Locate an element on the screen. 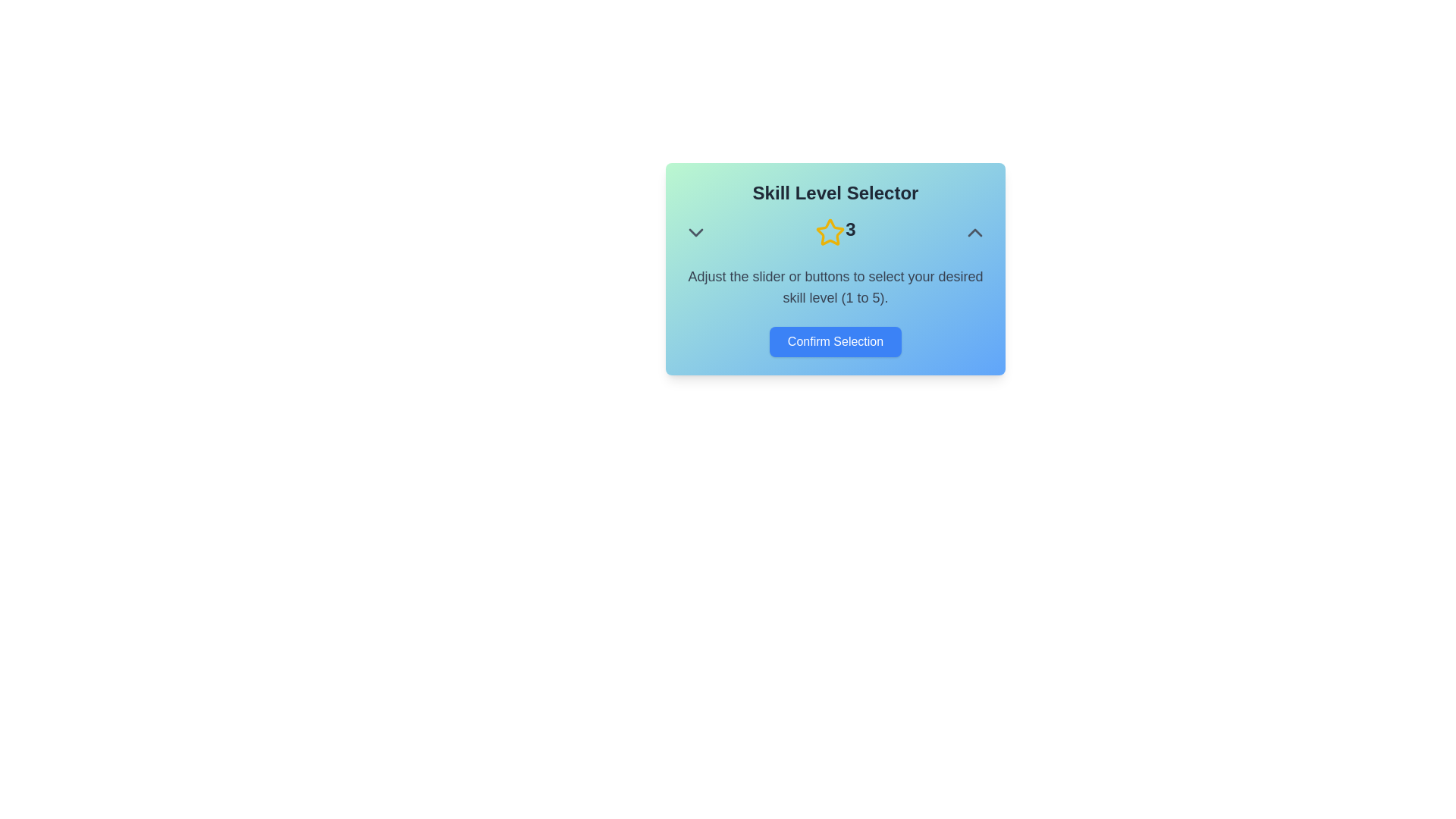 Image resolution: width=1456 pixels, height=819 pixels. the star icon to set the skill level to 4 is located at coordinates (864, 233).